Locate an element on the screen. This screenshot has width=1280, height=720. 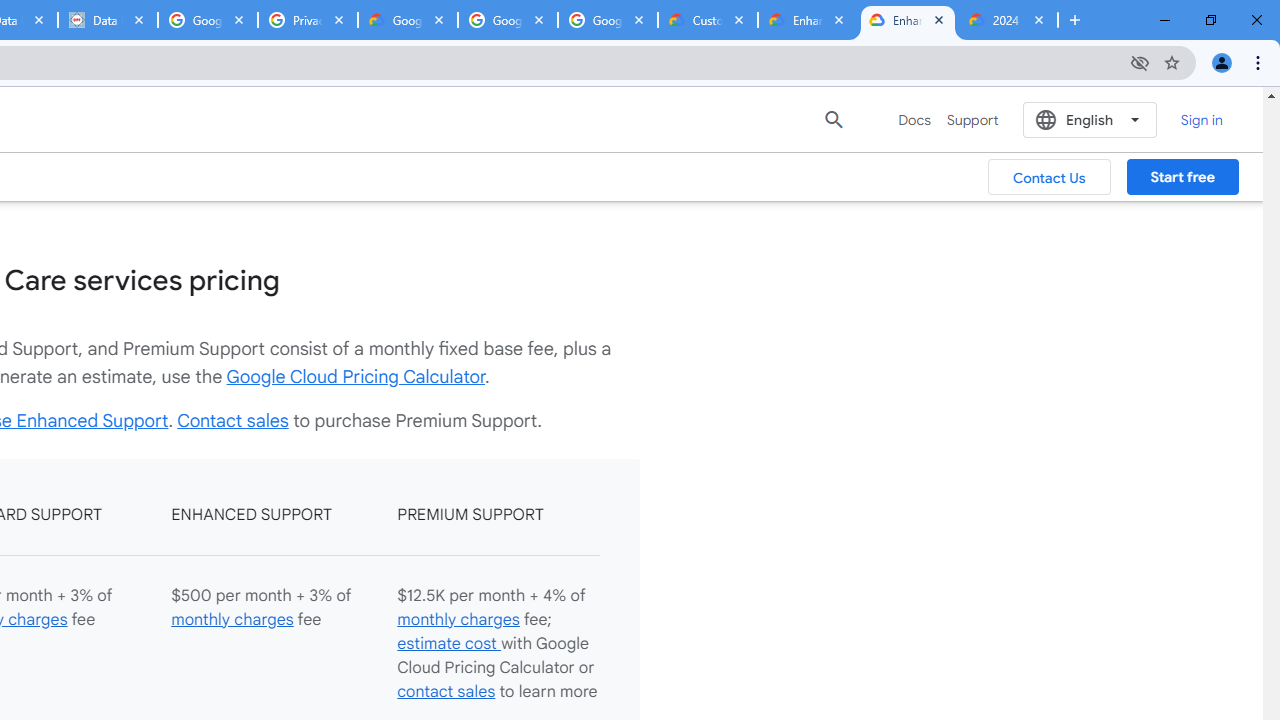
'Data Privacy Framework' is located at coordinates (106, 20).